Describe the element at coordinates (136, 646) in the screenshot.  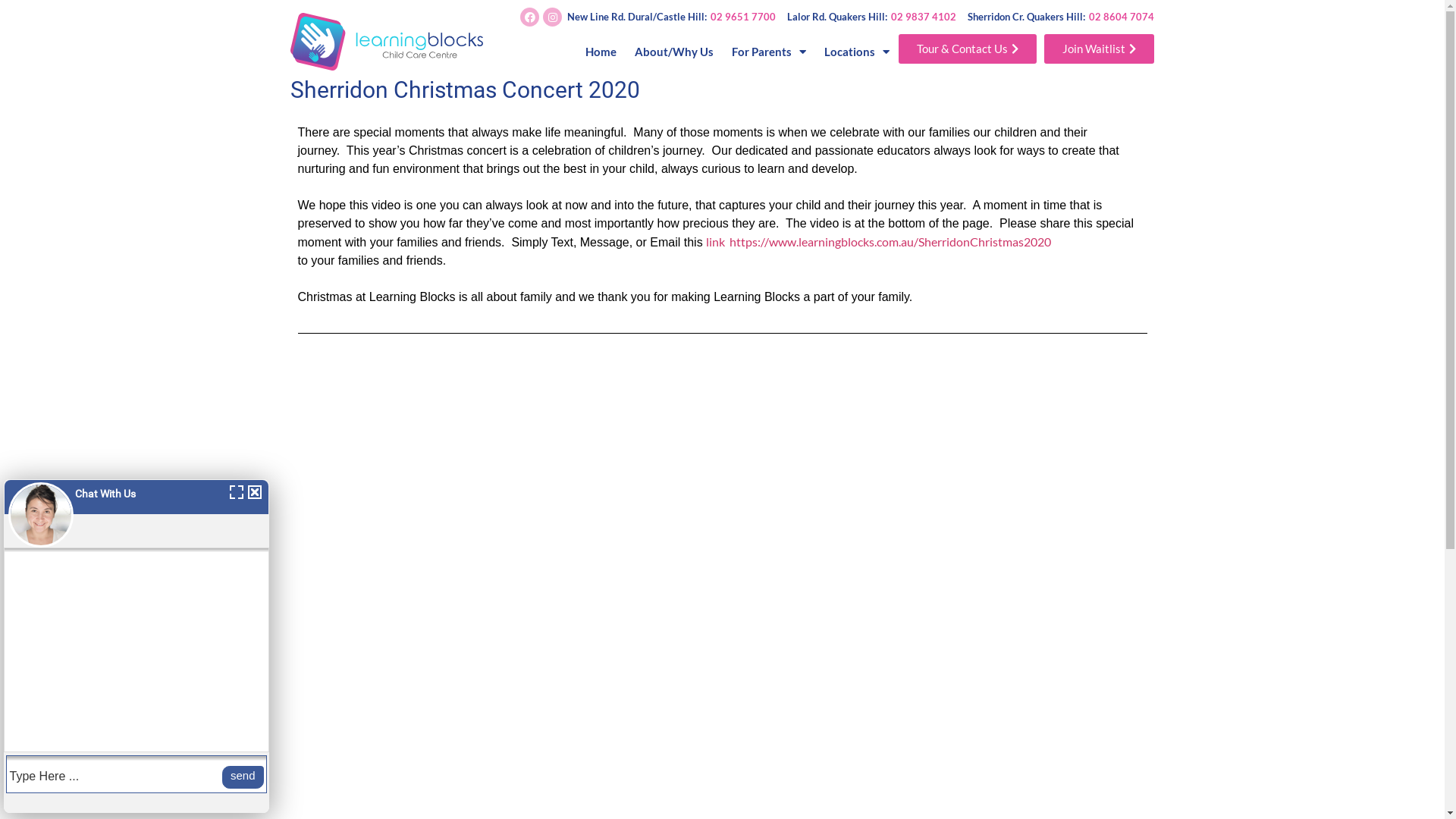
I see `'chat bot window'` at that location.